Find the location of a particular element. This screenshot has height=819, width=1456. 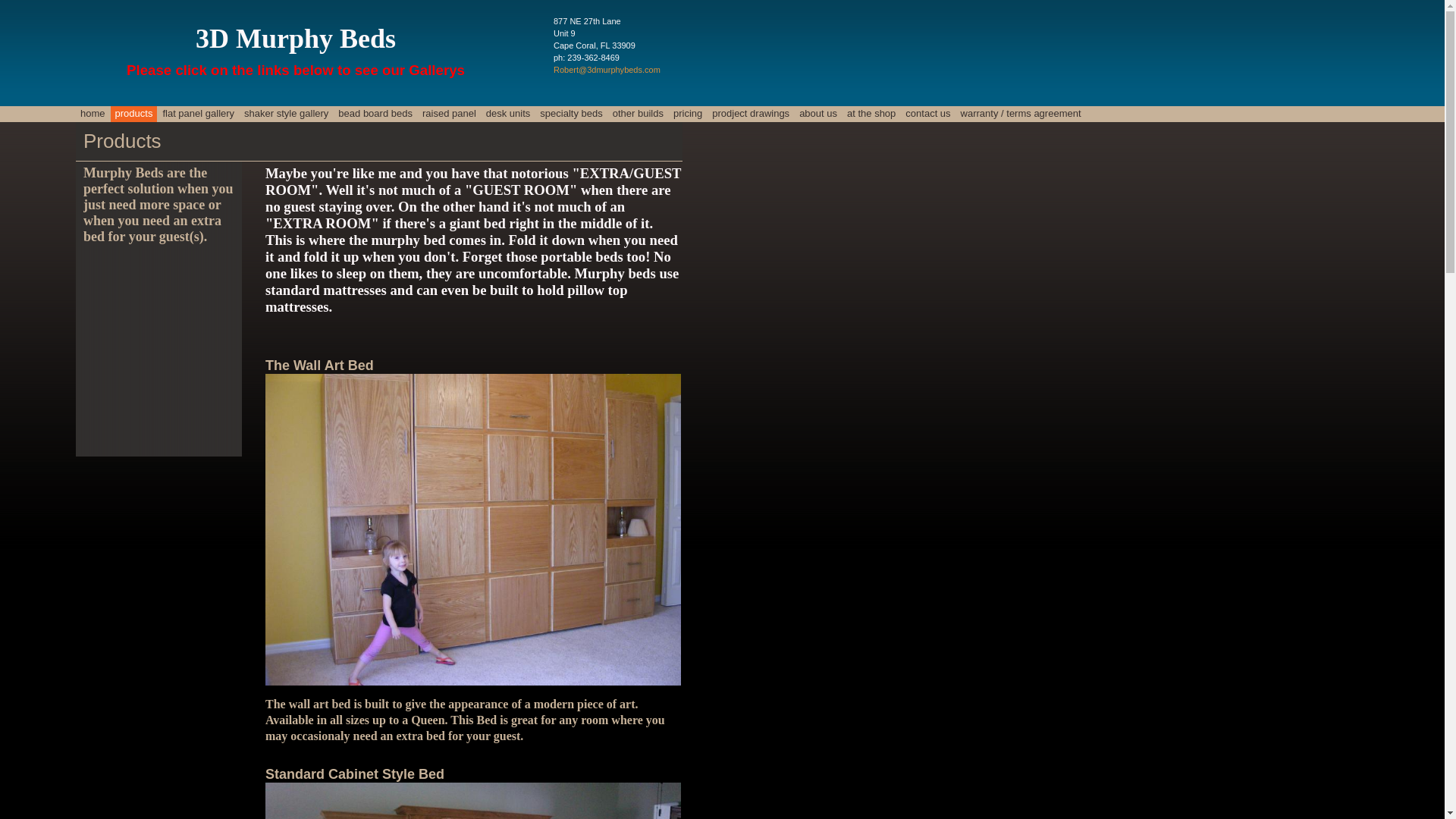

'about us' is located at coordinates (817, 113).